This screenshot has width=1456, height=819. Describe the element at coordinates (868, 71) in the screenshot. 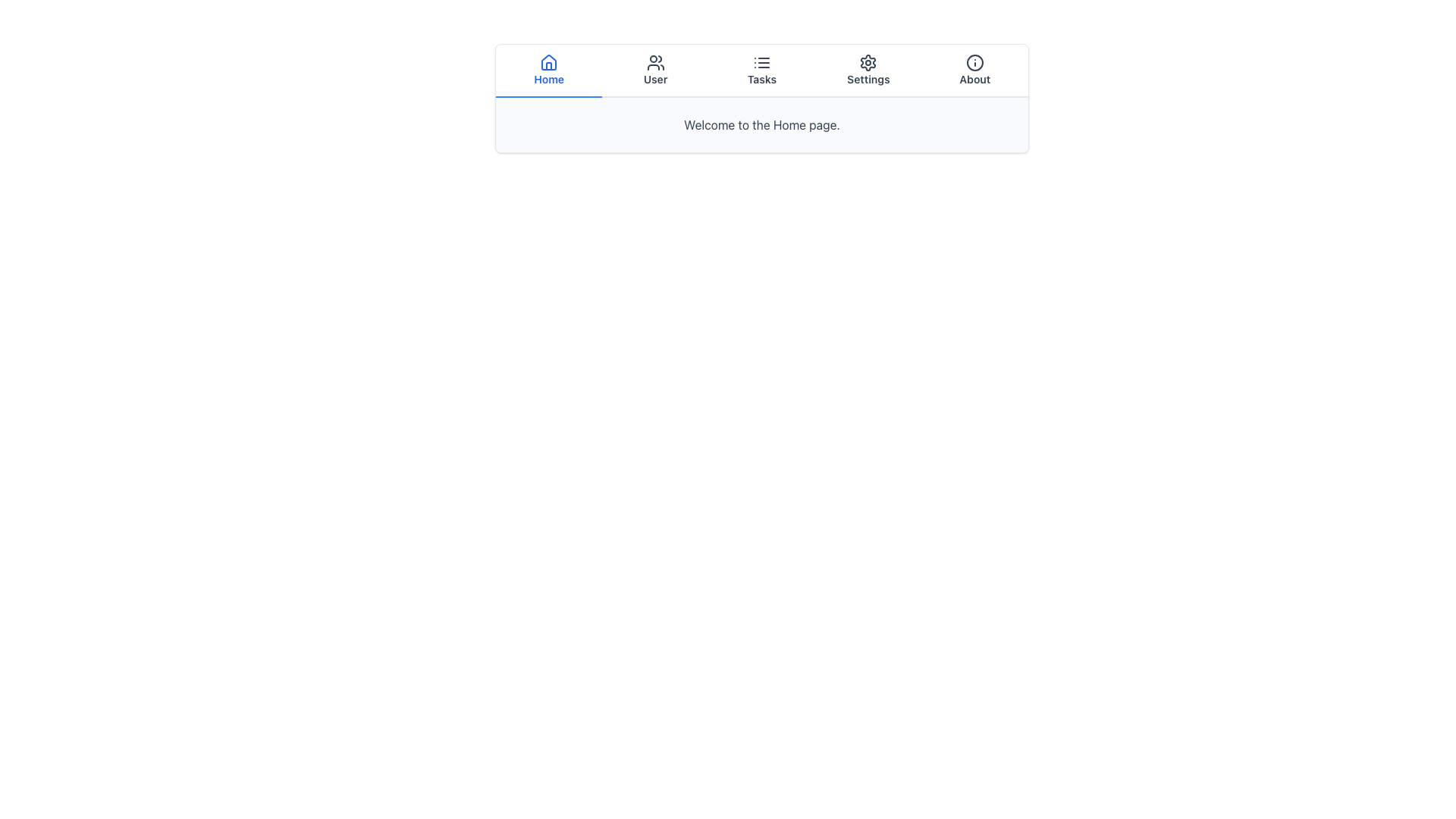

I see `the 'Settings' navigation tab, which is the fourth item in the horizontal menu bar located near the top of the interface` at that location.